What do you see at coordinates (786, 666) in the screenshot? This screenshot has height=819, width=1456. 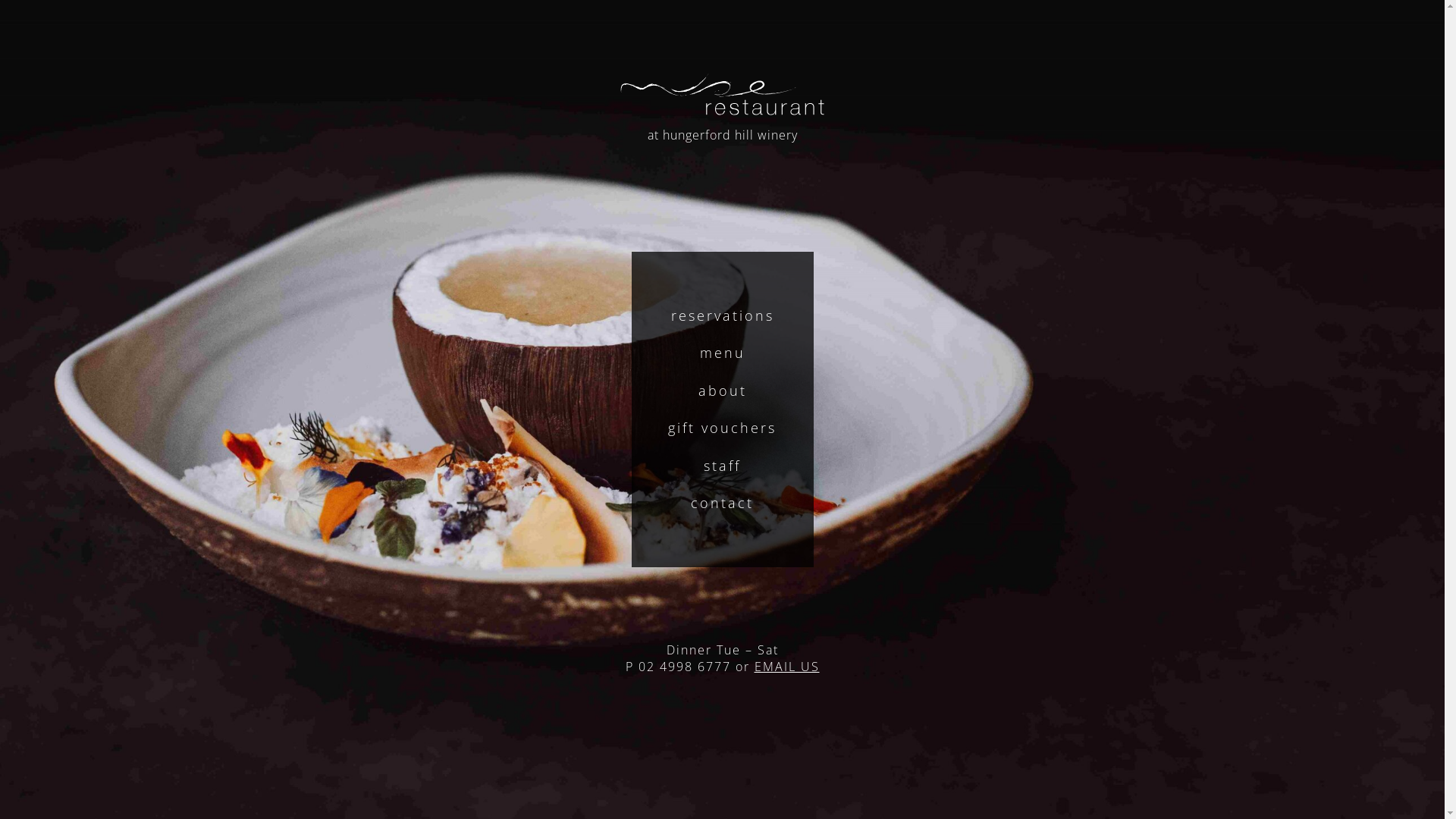 I see `'EMAIL US'` at bounding box center [786, 666].